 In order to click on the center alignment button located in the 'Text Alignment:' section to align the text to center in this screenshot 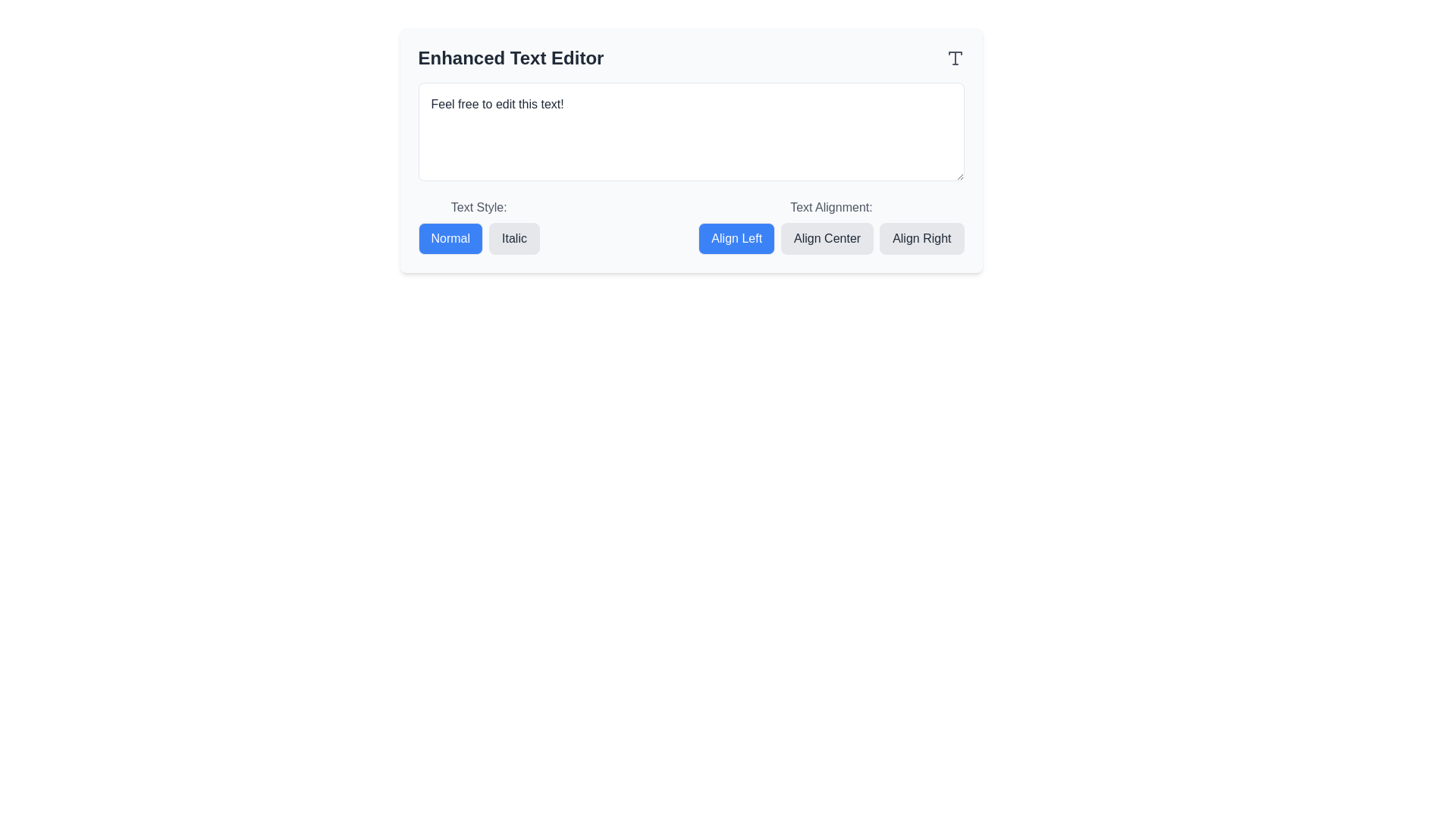, I will do `click(830, 239)`.